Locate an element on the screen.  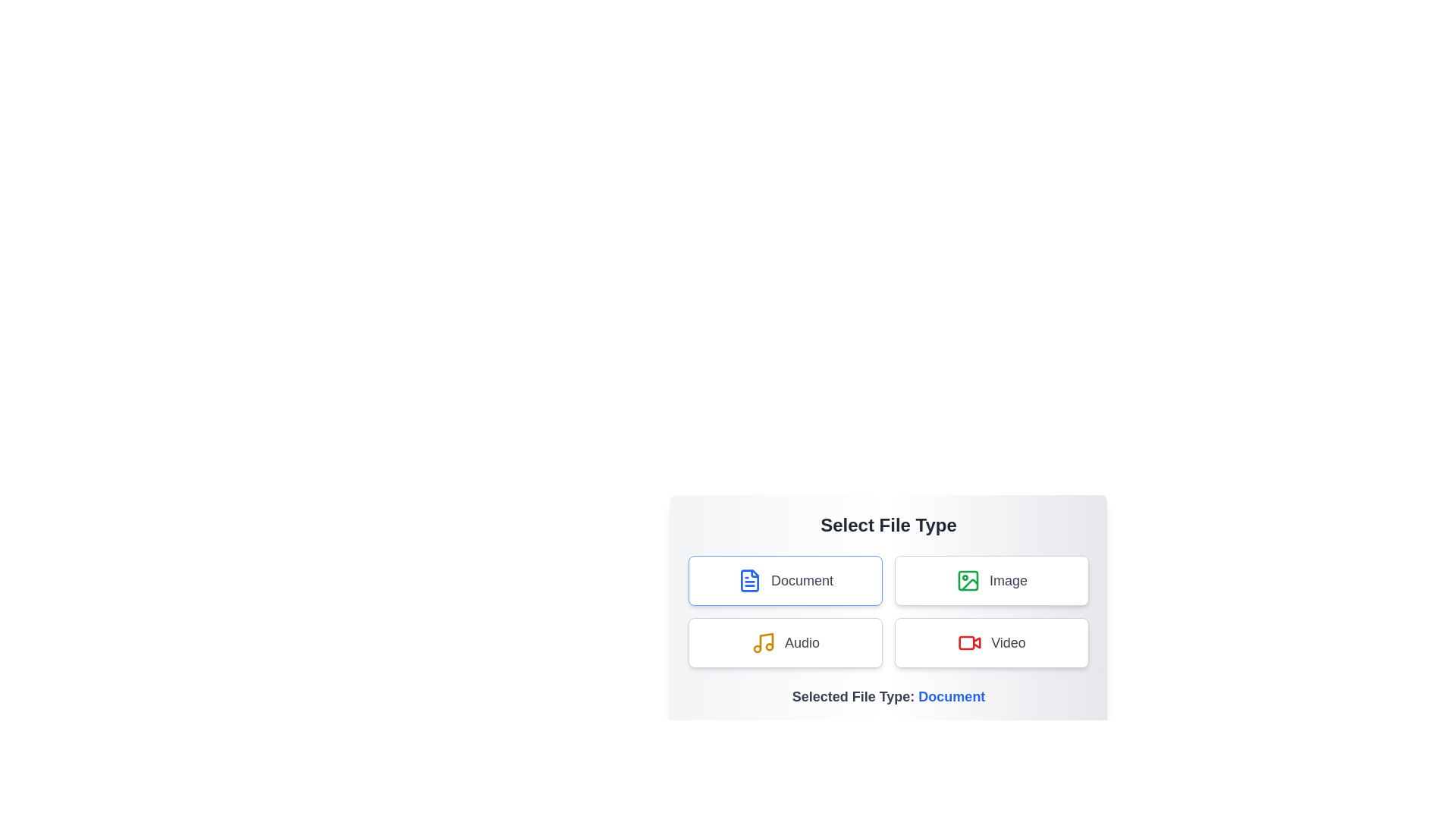
the image icon with a green outline representing a picture frame, located inside the 'Image' button in the top-right corner is located at coordinates (967, 580).